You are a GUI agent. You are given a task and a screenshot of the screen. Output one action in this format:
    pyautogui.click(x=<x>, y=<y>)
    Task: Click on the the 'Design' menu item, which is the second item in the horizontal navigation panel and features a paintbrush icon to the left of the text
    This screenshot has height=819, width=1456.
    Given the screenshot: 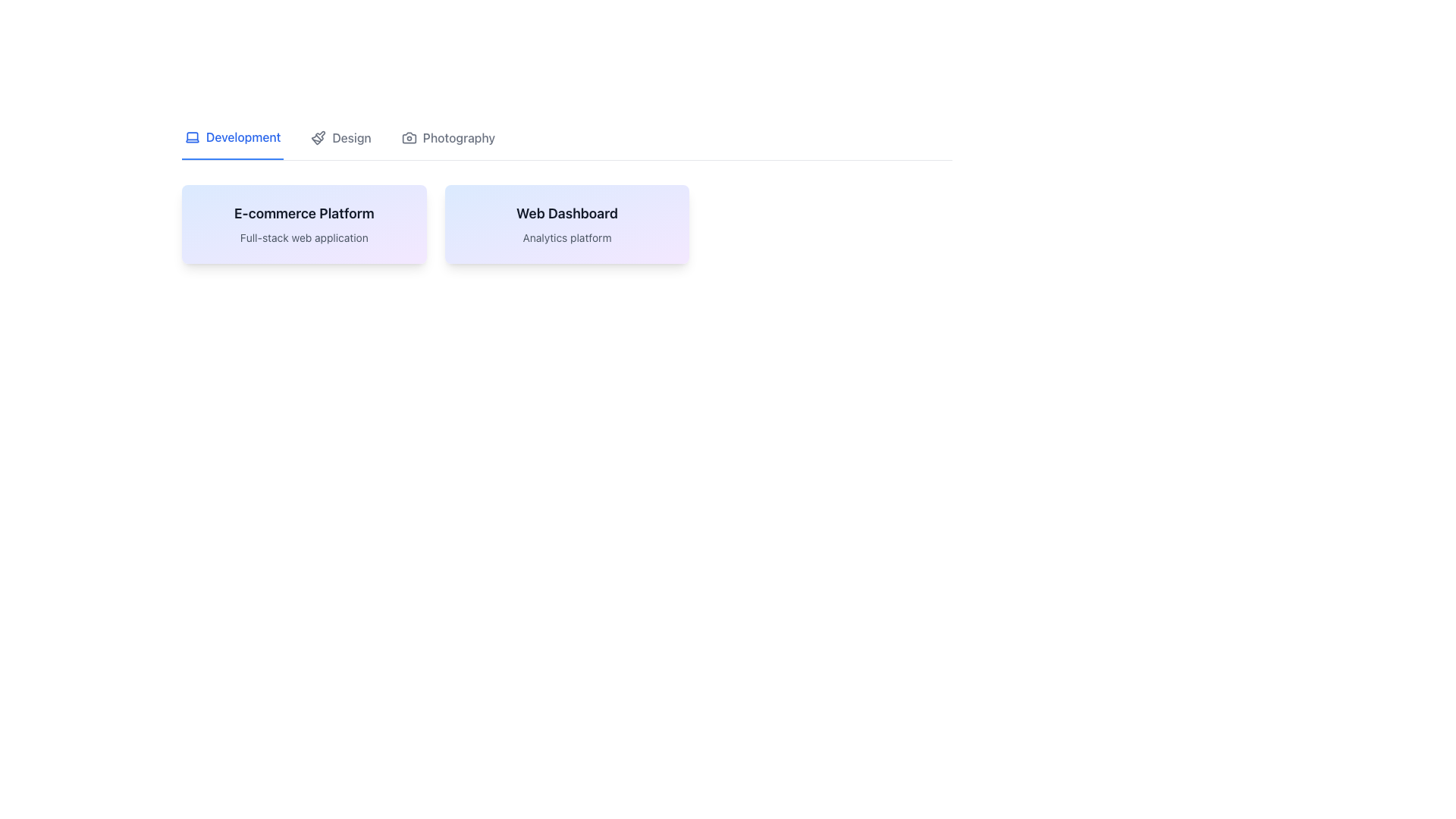 What is the action you would take?
    pyautogui.click(x=340, y=143)
    